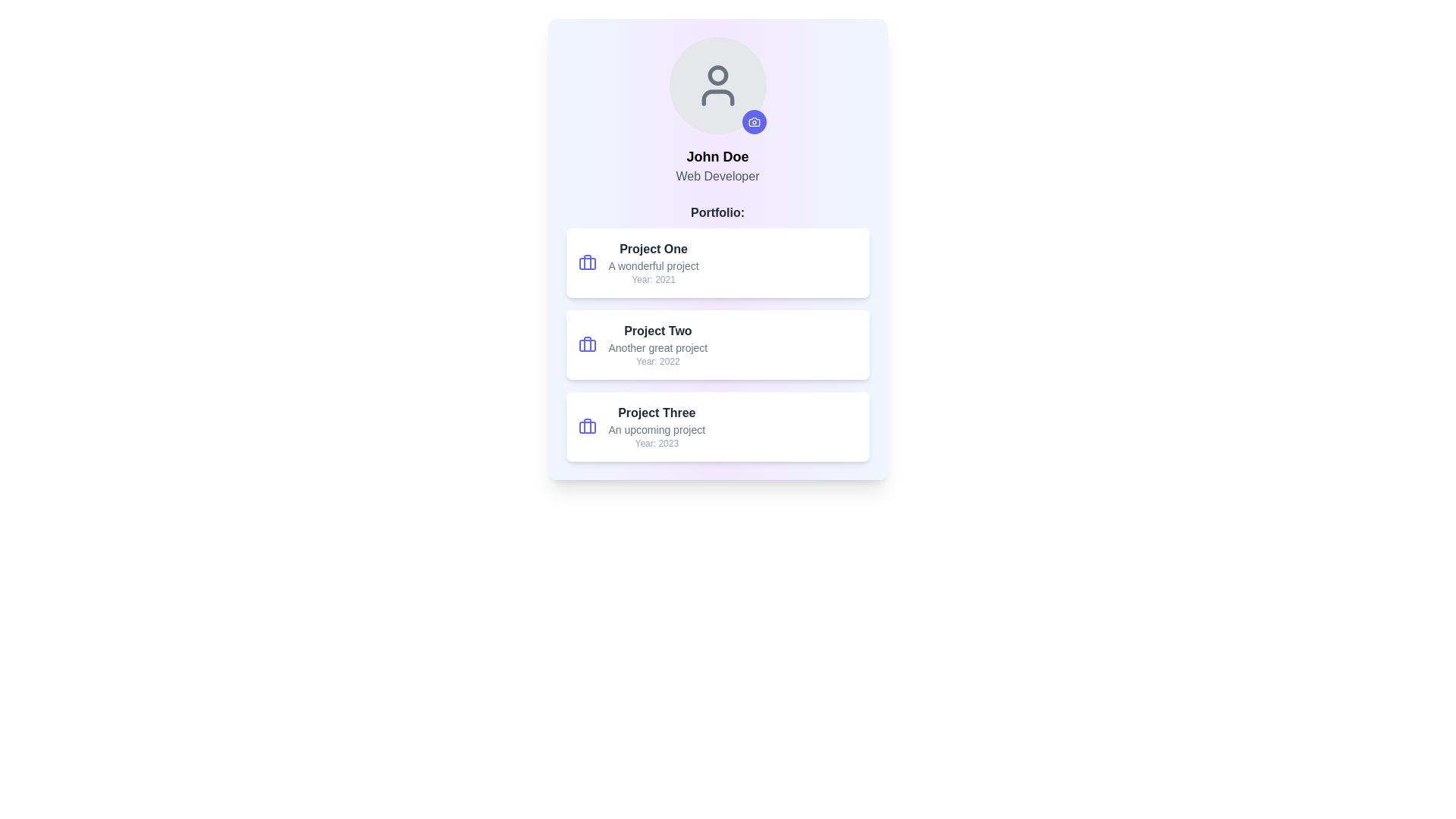  I want to click on the decorative upper-left part of the camera icon located at the top section of the profile card beside the user's profile picture, so click(754, 121).